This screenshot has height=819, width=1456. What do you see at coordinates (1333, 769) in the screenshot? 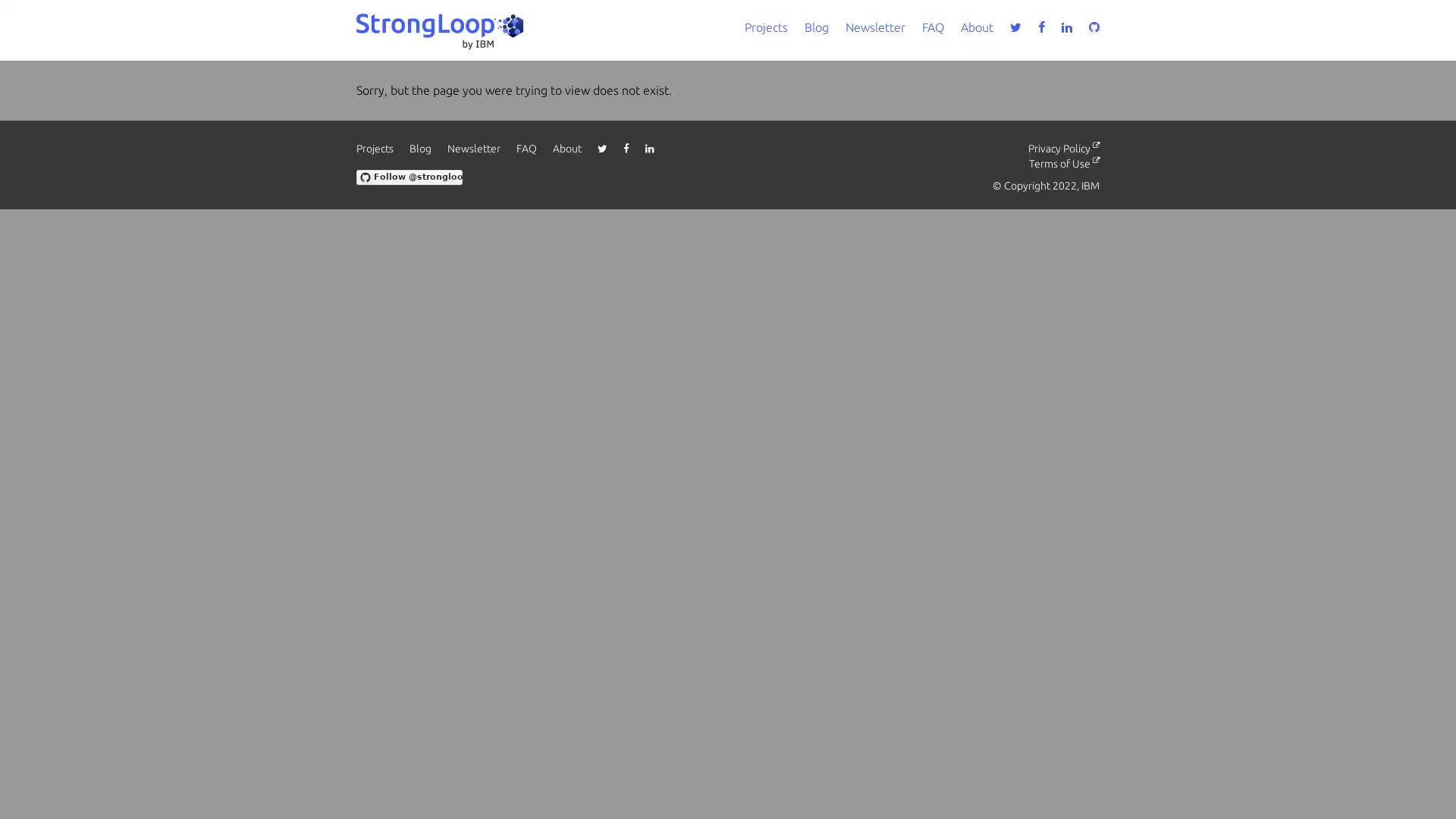
I see `Do not sell my personal information` at bounding box center [1333, 769].